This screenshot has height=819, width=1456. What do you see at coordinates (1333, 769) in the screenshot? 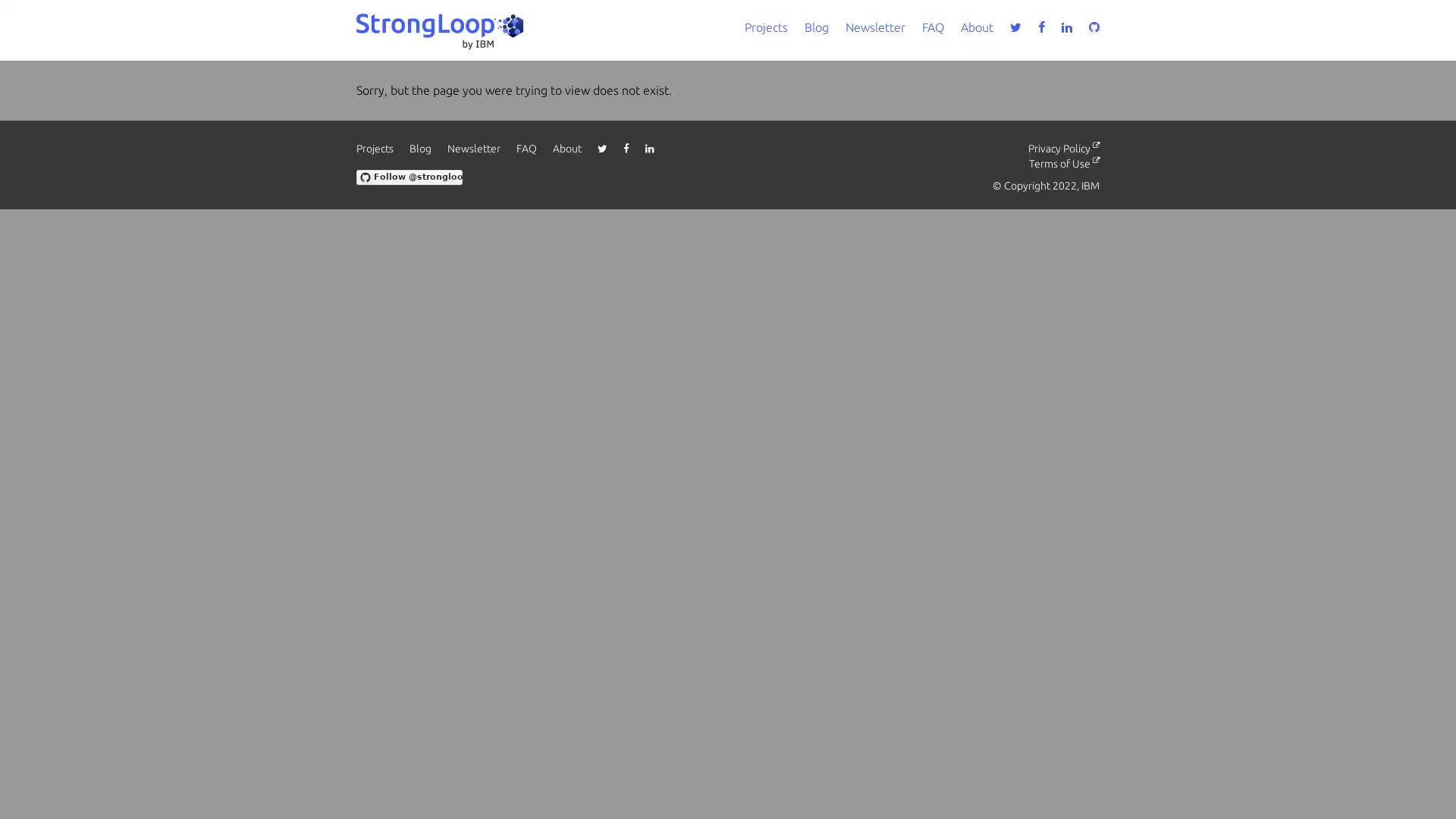
I see `Do not sell my personal information` at bounding box center [1333, 769].